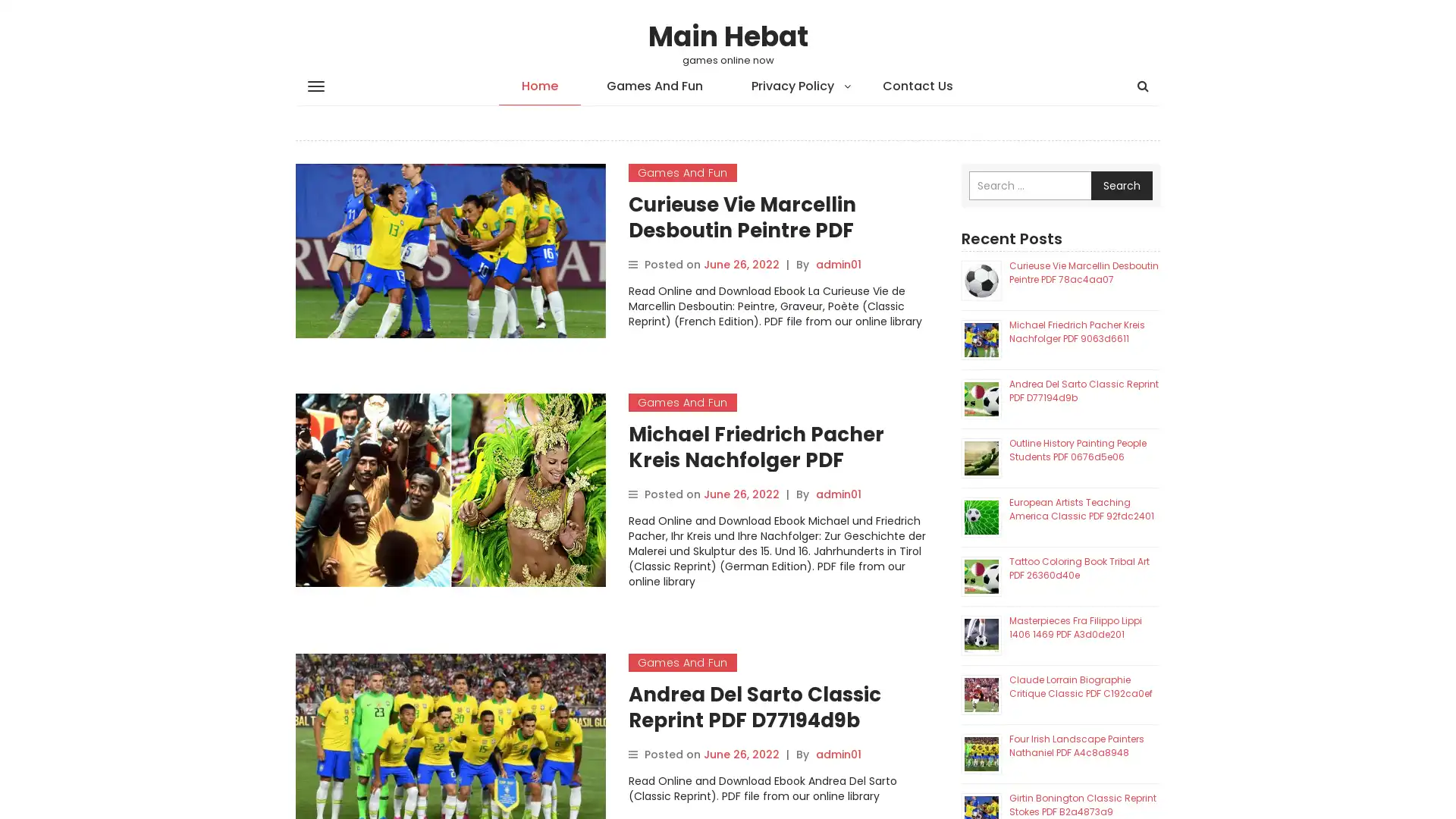 Image resolution: width=1456 pixels, height=819 pixels. Describe the element at coordinates (1122, 185) in the screenshot. I see `Search` at that location.